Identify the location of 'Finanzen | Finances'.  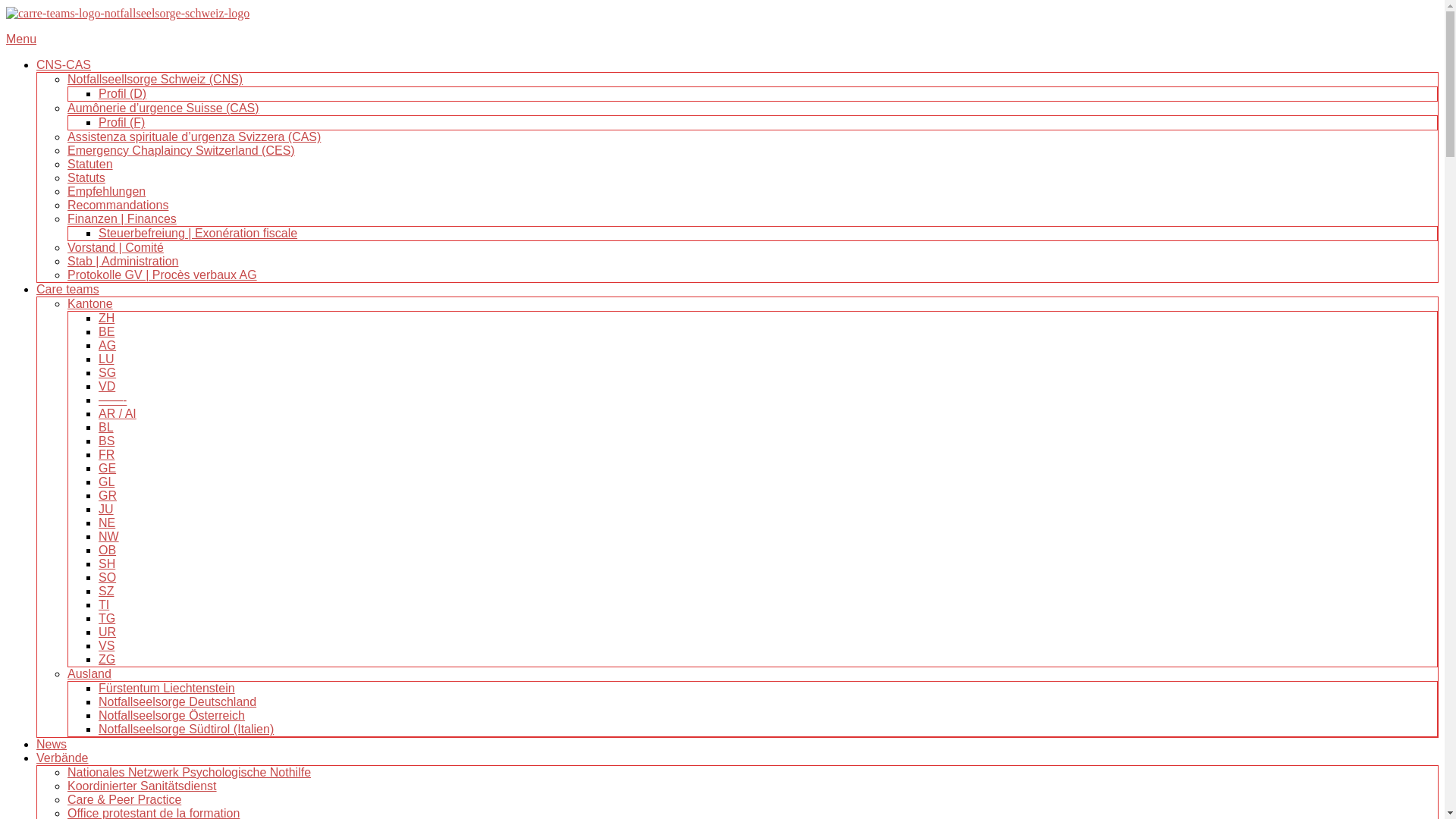
(122, 218).